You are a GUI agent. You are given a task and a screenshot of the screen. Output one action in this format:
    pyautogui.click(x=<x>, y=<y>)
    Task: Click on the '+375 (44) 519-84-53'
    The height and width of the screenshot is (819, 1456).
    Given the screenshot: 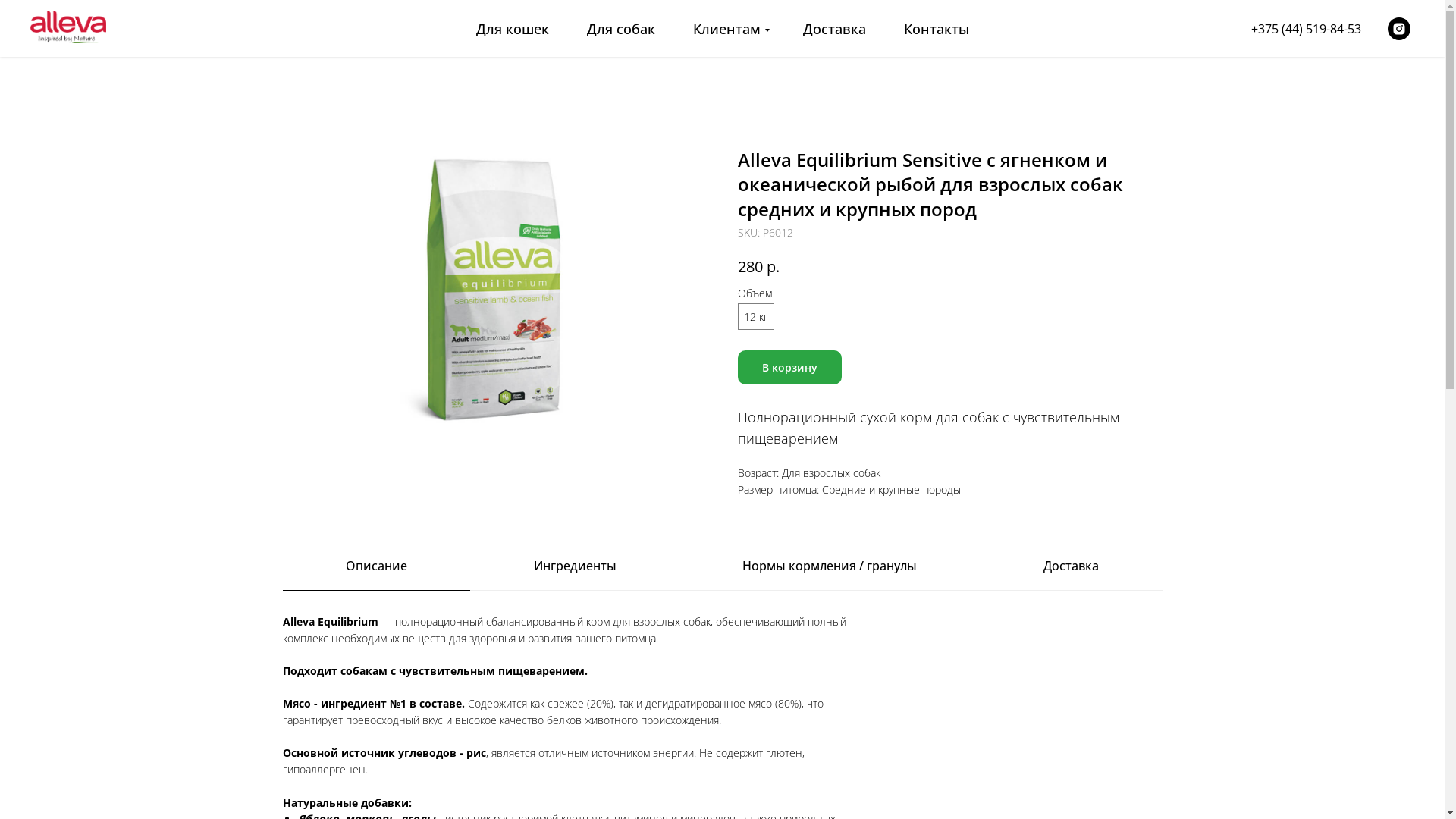 What is the action you would take?
    pyautogui.click(x=1305, y=28)
    